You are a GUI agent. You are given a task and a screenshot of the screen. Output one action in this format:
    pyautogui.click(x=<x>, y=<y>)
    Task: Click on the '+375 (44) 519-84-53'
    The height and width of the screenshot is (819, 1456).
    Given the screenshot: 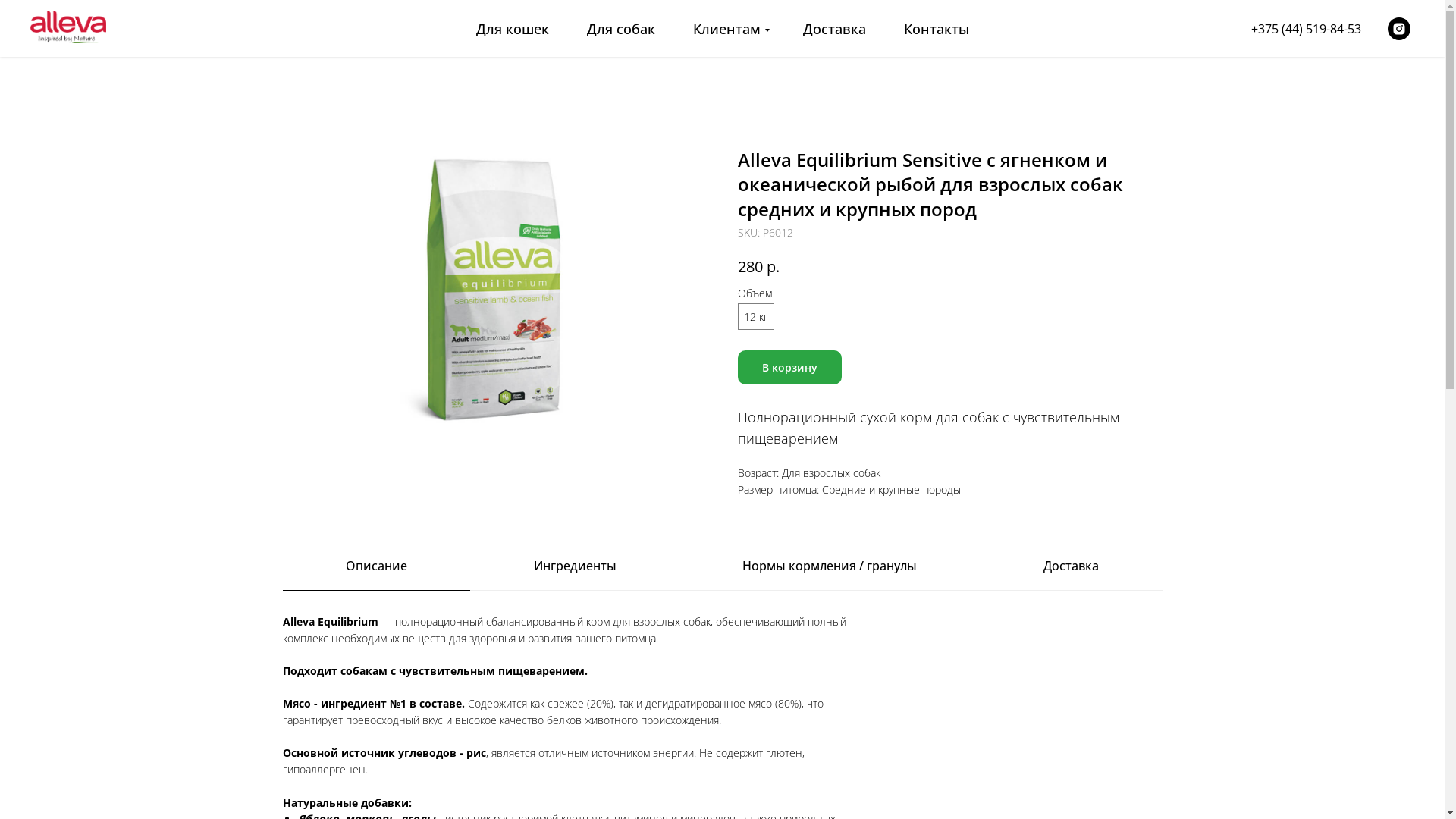 What is the action you would take?
    pyautogui.click(x=1305, y=28)
    